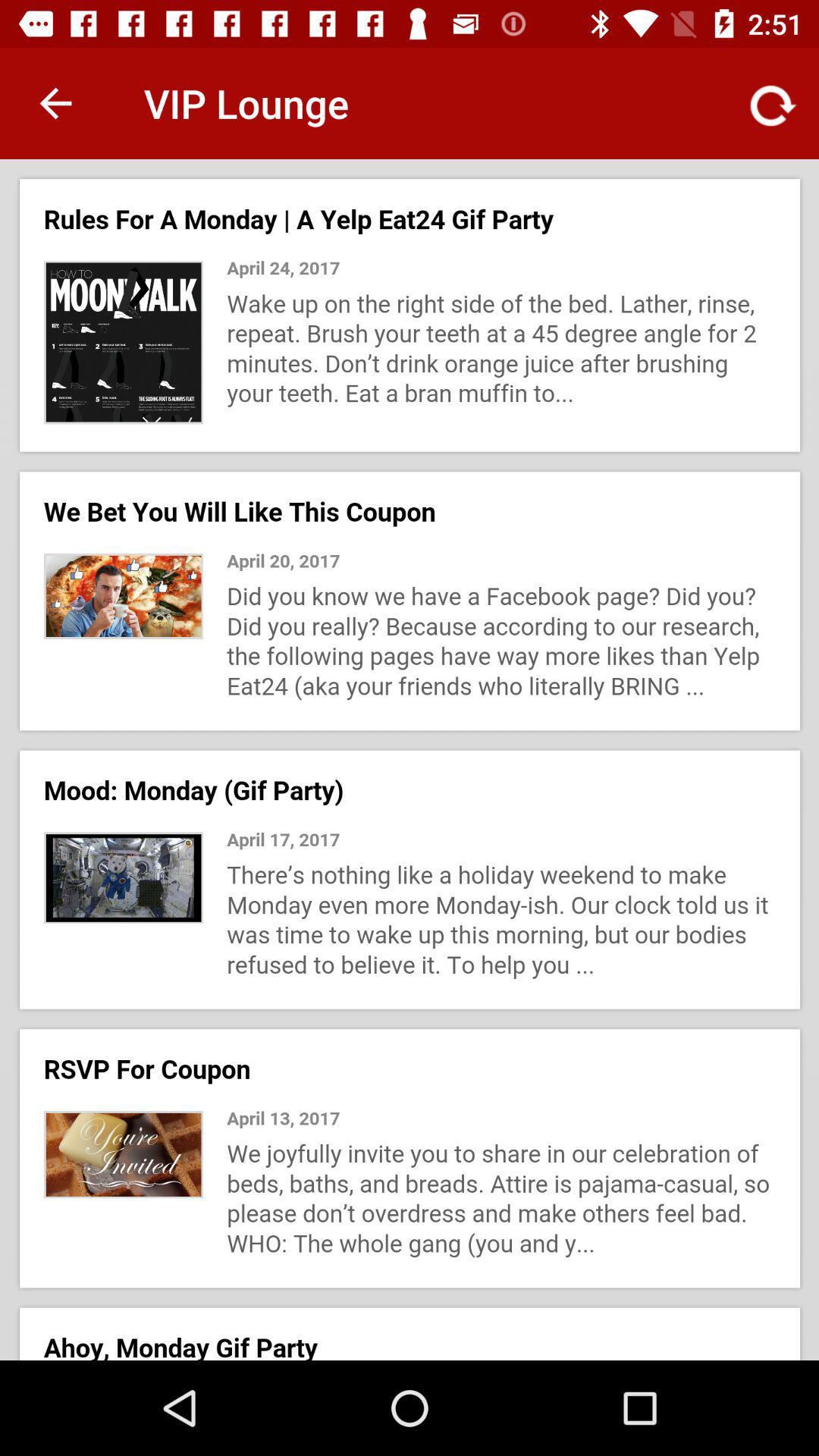 The width and height of the screenshot is (819, 1456). What do you see at coordinates (409, 760) in the screenshot?
I see `order food for delivery or pickup from a huge selection of local restaurants` at bounding box center [409, 760].